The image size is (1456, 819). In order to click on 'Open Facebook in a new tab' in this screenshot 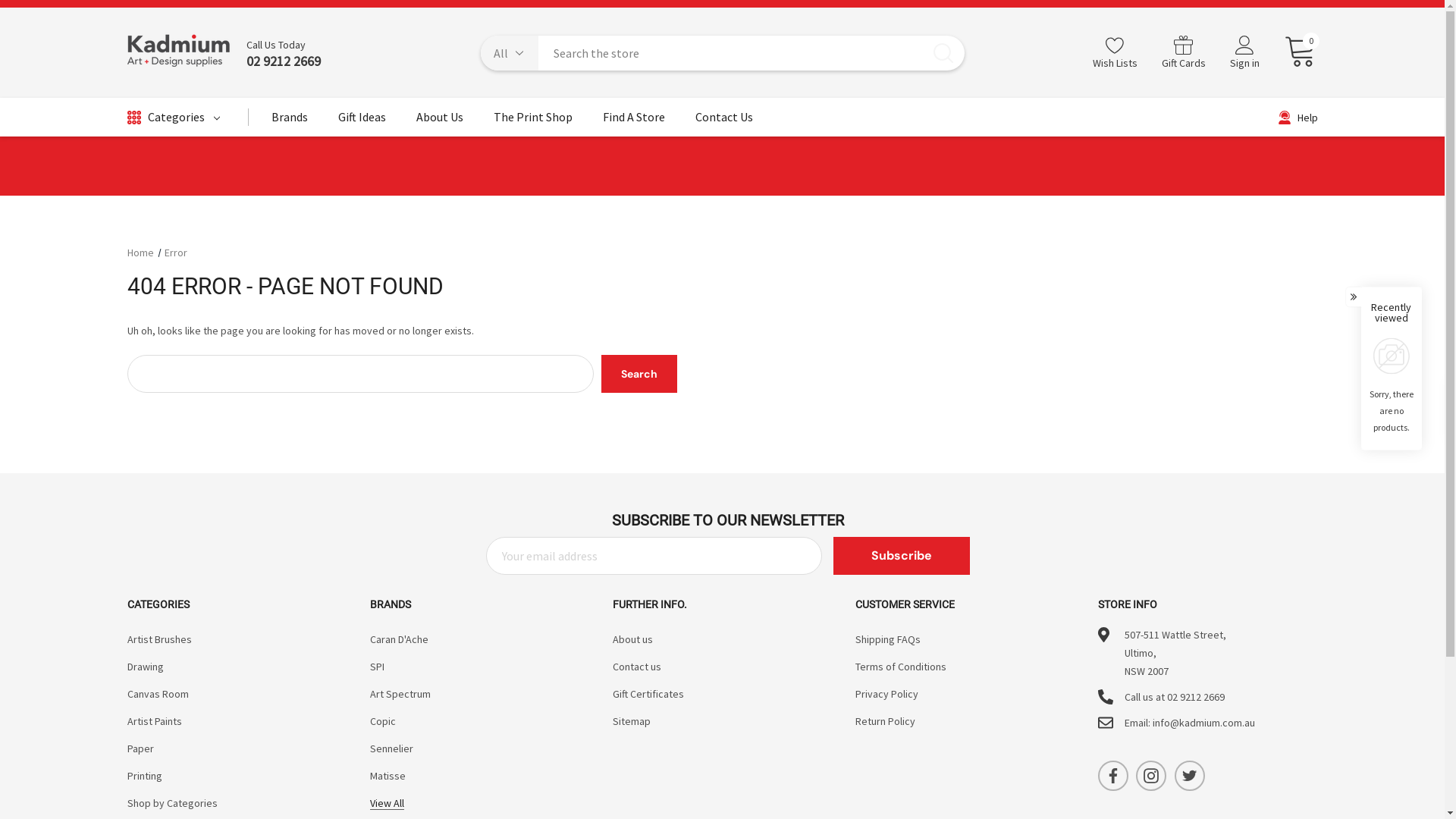, I will do `click(1113, 775)`.